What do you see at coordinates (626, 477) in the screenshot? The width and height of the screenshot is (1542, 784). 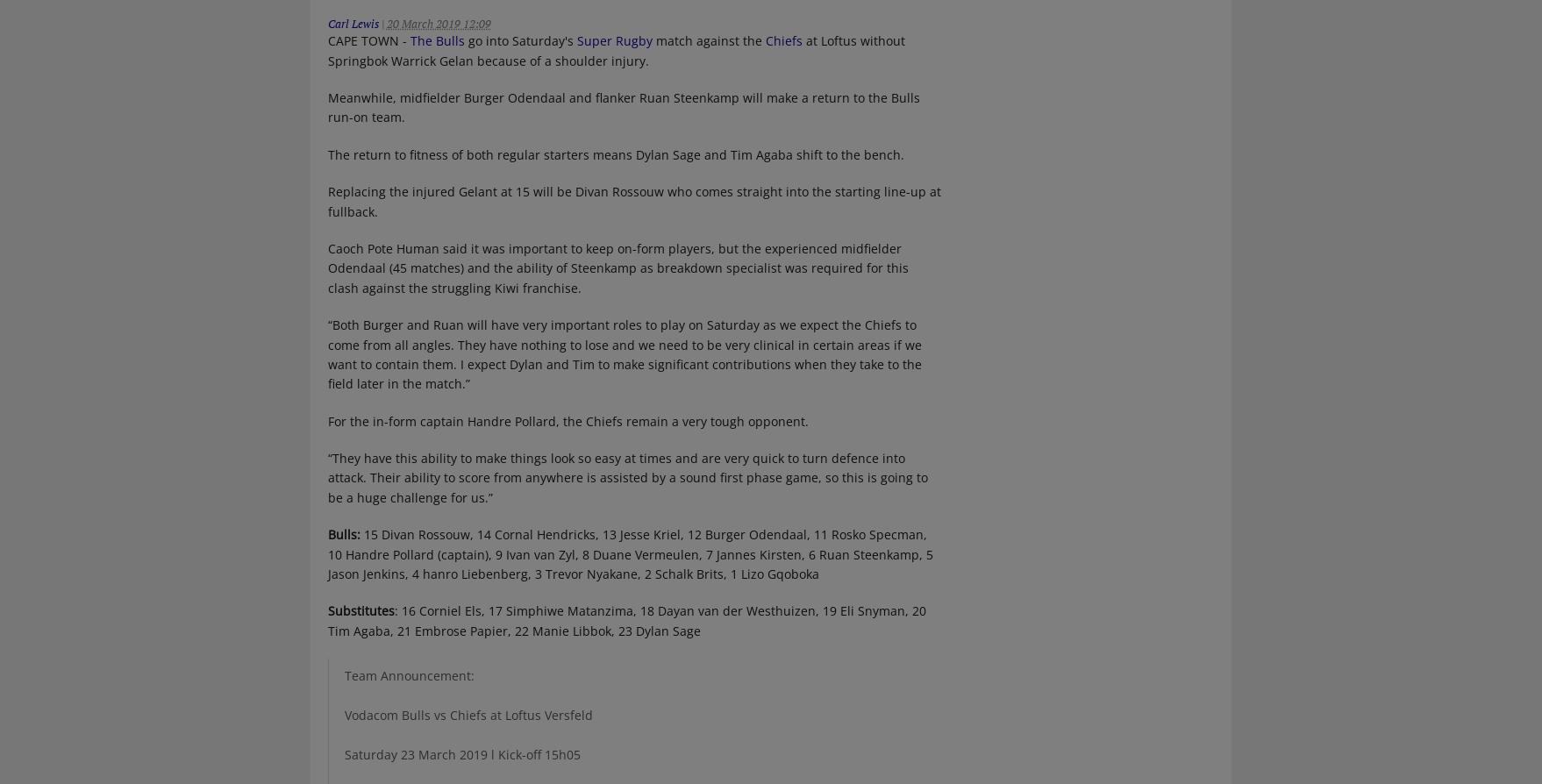 I see `'“They have this ability to make things look so easy at times and are very quick to turn defence into attack. Their ability to score from anywhere is assisted by a sound first phase game, so this is going to be a huge challenge for us.”'` at bounding box center [626, 477].